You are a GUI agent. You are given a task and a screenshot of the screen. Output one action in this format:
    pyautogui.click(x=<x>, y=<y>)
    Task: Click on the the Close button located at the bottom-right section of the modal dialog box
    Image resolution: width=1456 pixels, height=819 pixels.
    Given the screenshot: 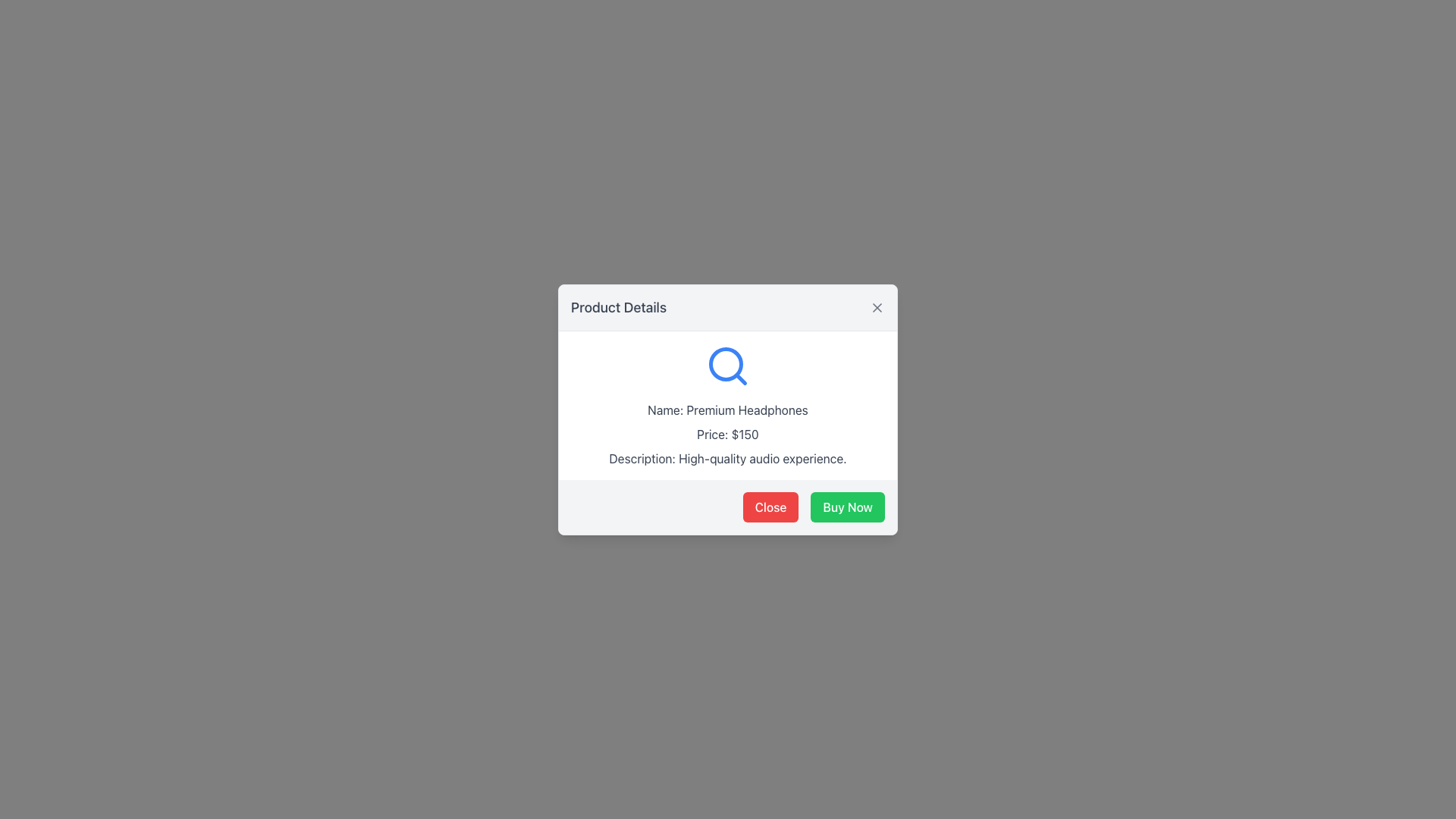 What is the action you would take?
    pyautogui.click(x=770, y=507)
    